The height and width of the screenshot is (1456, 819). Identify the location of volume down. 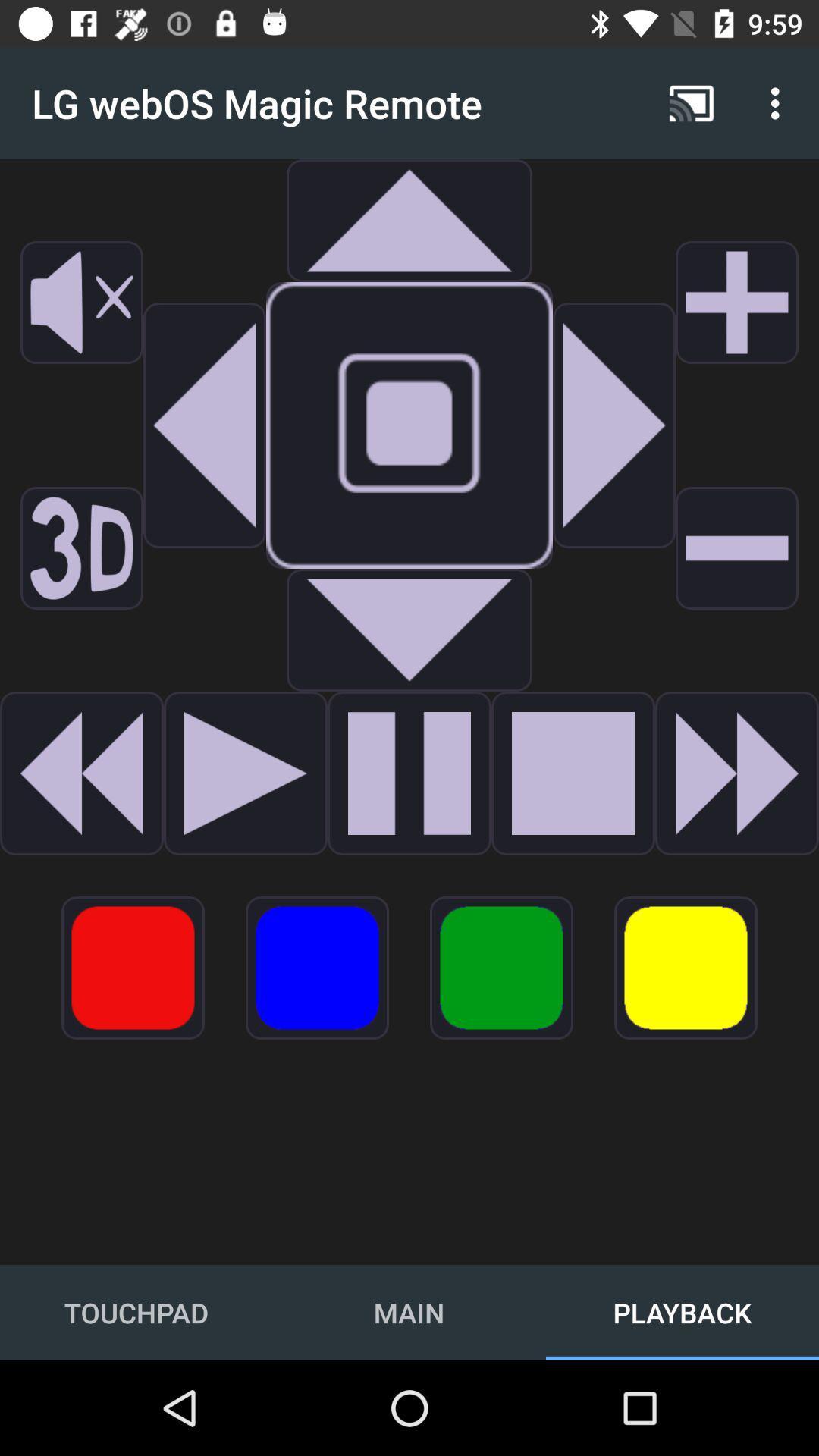
(736, 548).